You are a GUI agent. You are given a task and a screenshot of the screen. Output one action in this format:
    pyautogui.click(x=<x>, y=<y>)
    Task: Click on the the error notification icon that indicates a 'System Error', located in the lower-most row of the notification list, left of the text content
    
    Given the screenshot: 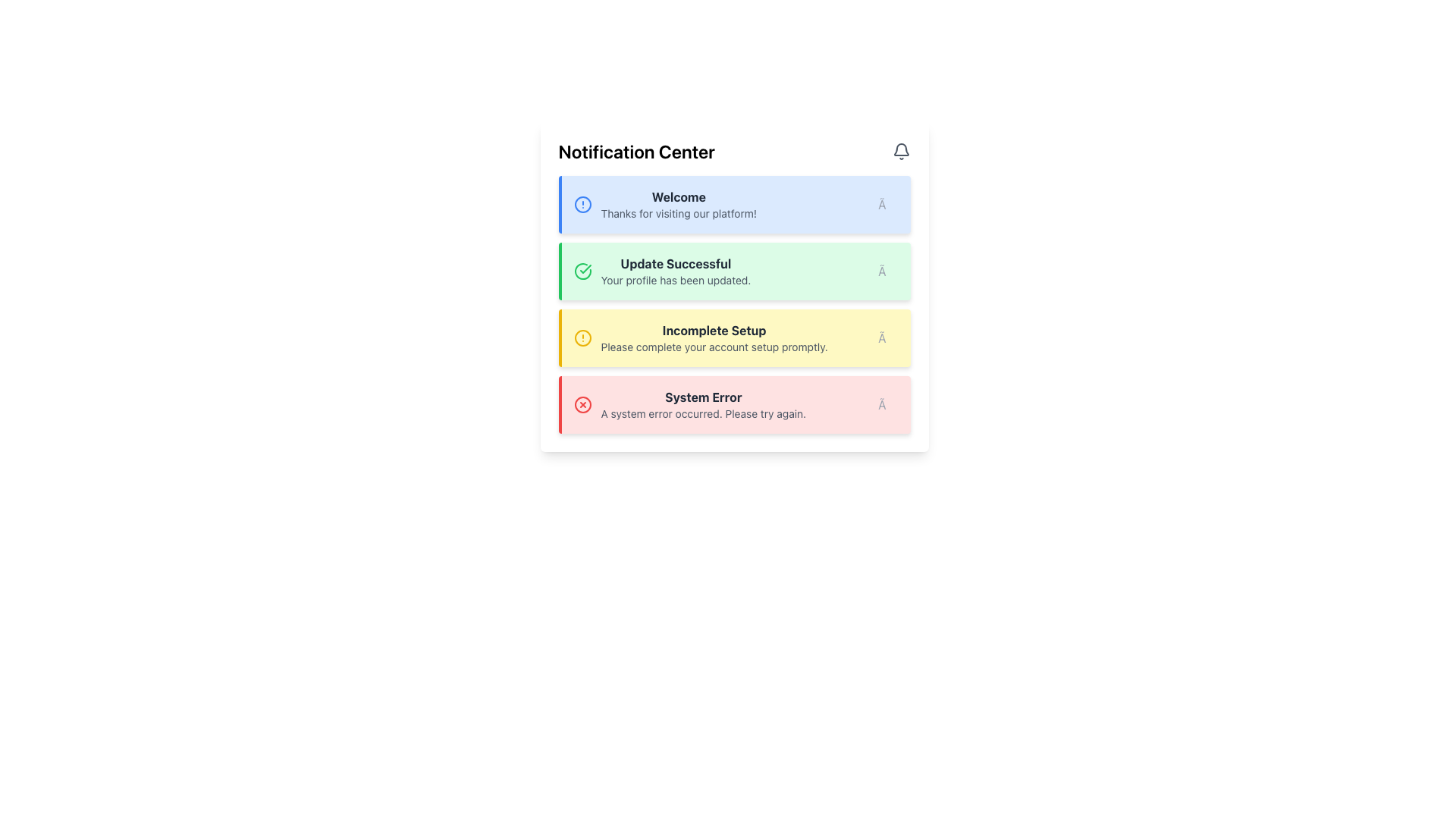 What is the action you would take?
    pyautogui.click(x=582, y=403)
    